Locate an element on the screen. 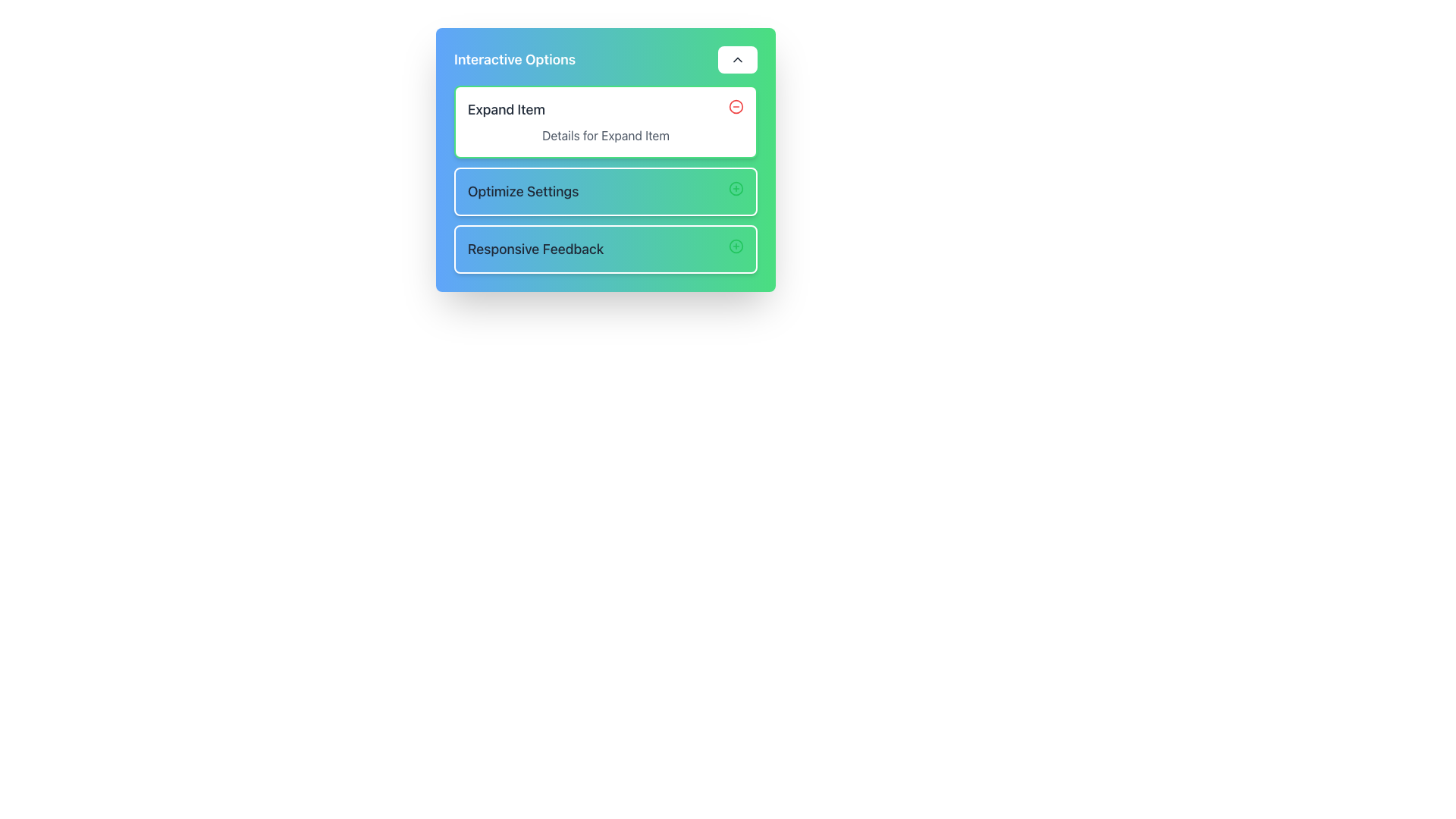 This screenshot has height=819, width=1456. text from the 'Responsive Feedback' text label, which is styled with a medium-sized bold font and is positioned in the third row of a vertically stacked layout, to the left of an addition icon and below the 'Optimize Settings' row is located at coordinates (535, 248).